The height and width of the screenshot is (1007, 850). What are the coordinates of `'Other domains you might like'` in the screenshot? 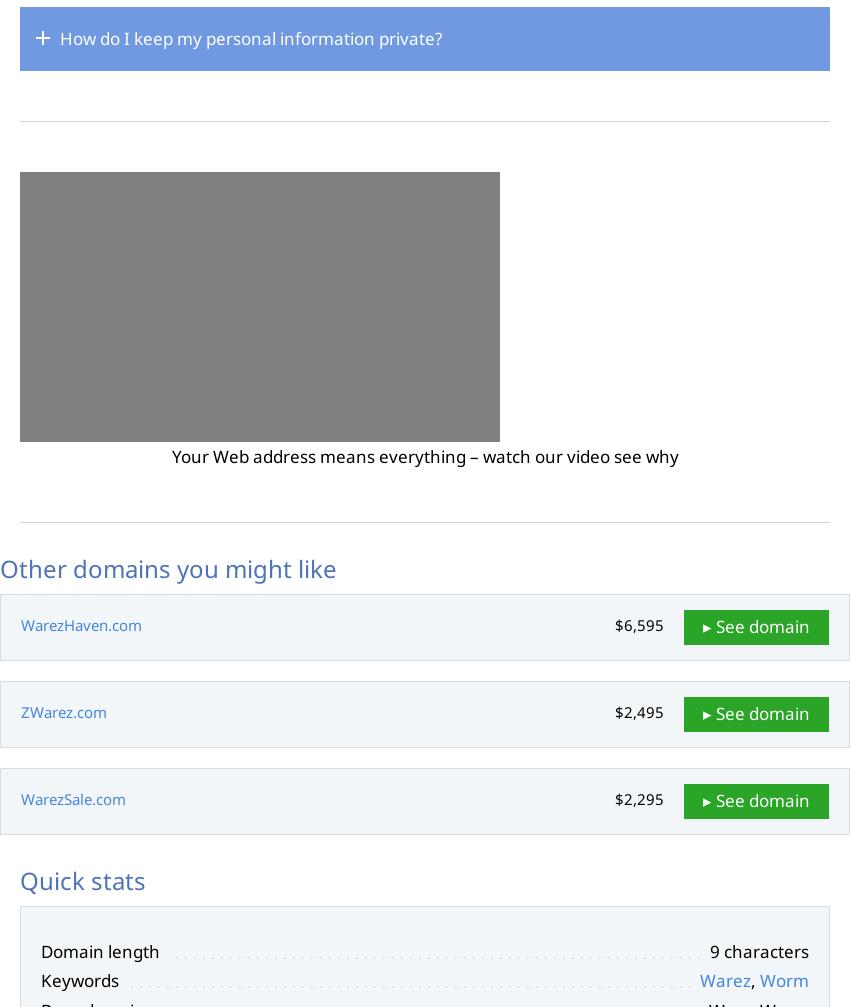 It's located at (168, 566).